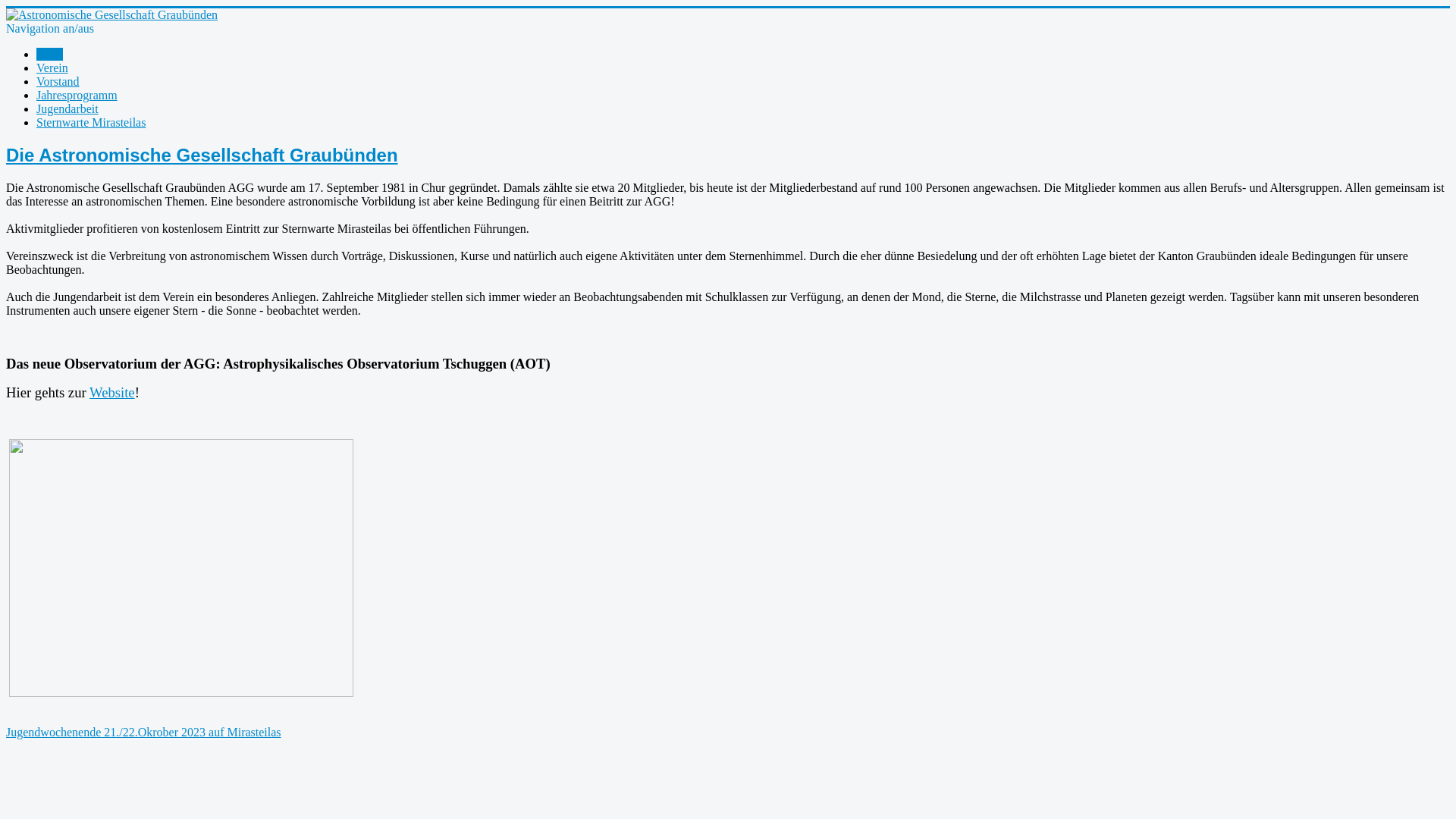 This screenshot has width=1456, height=819. I want to click on 'Vorstand', so click(58, 81).